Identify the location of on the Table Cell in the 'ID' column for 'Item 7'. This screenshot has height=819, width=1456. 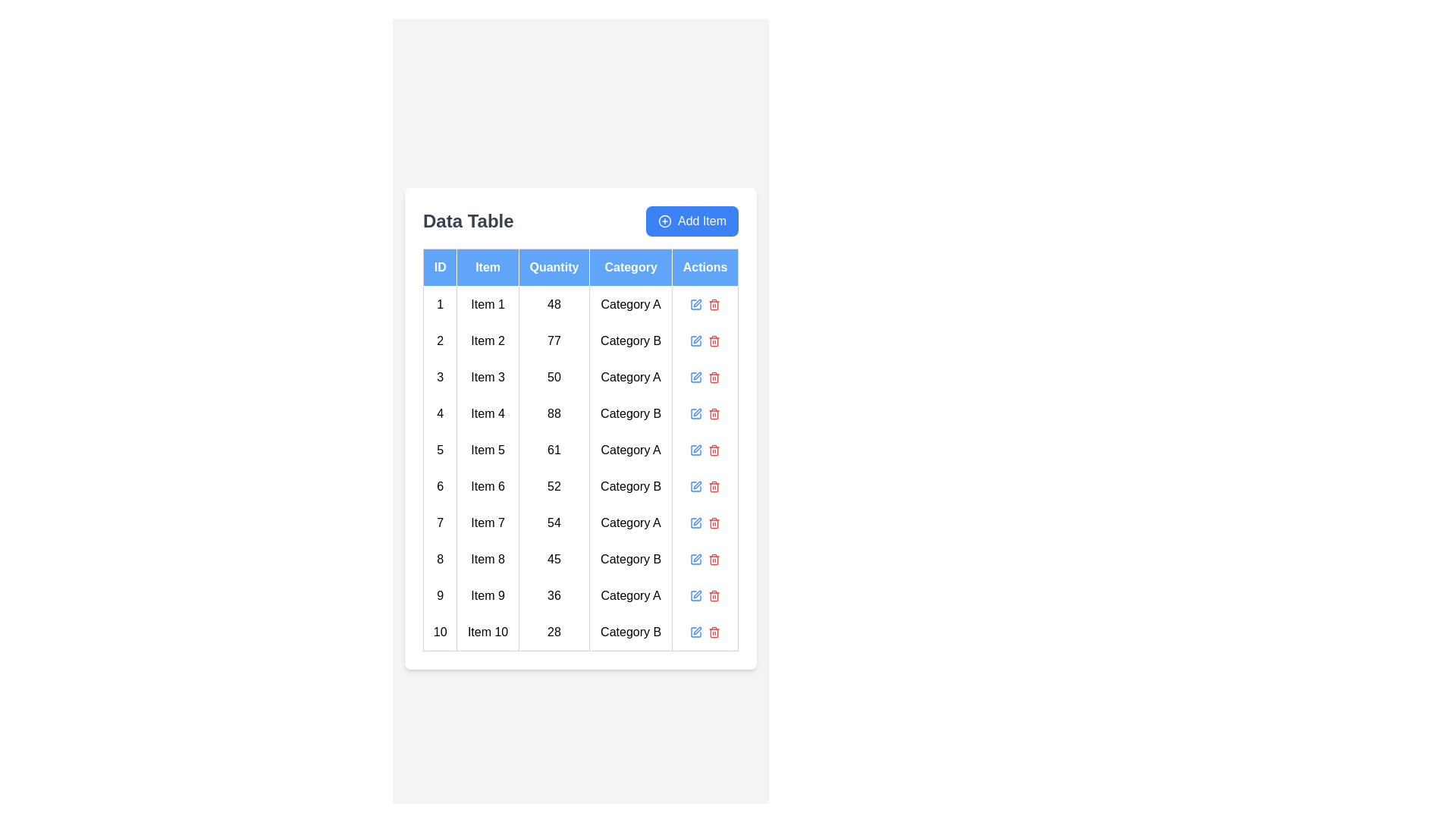
(439, 522).